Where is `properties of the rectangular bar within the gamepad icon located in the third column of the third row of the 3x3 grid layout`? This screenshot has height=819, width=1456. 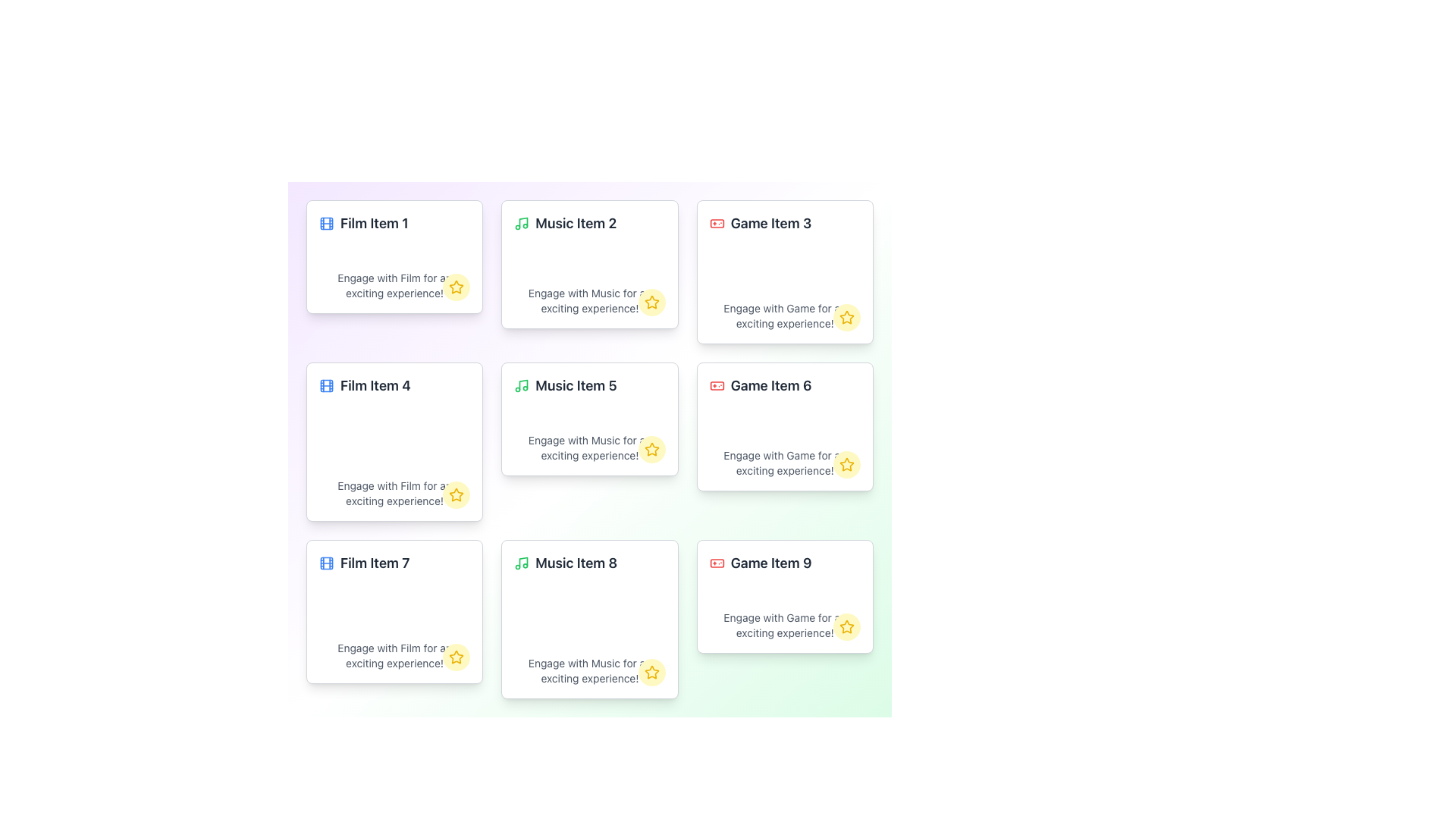 properties of the rectangular bar within the gamepad icon located in the third column of the third row of the 3x3 grid layout is located at coordinates (716, 563).